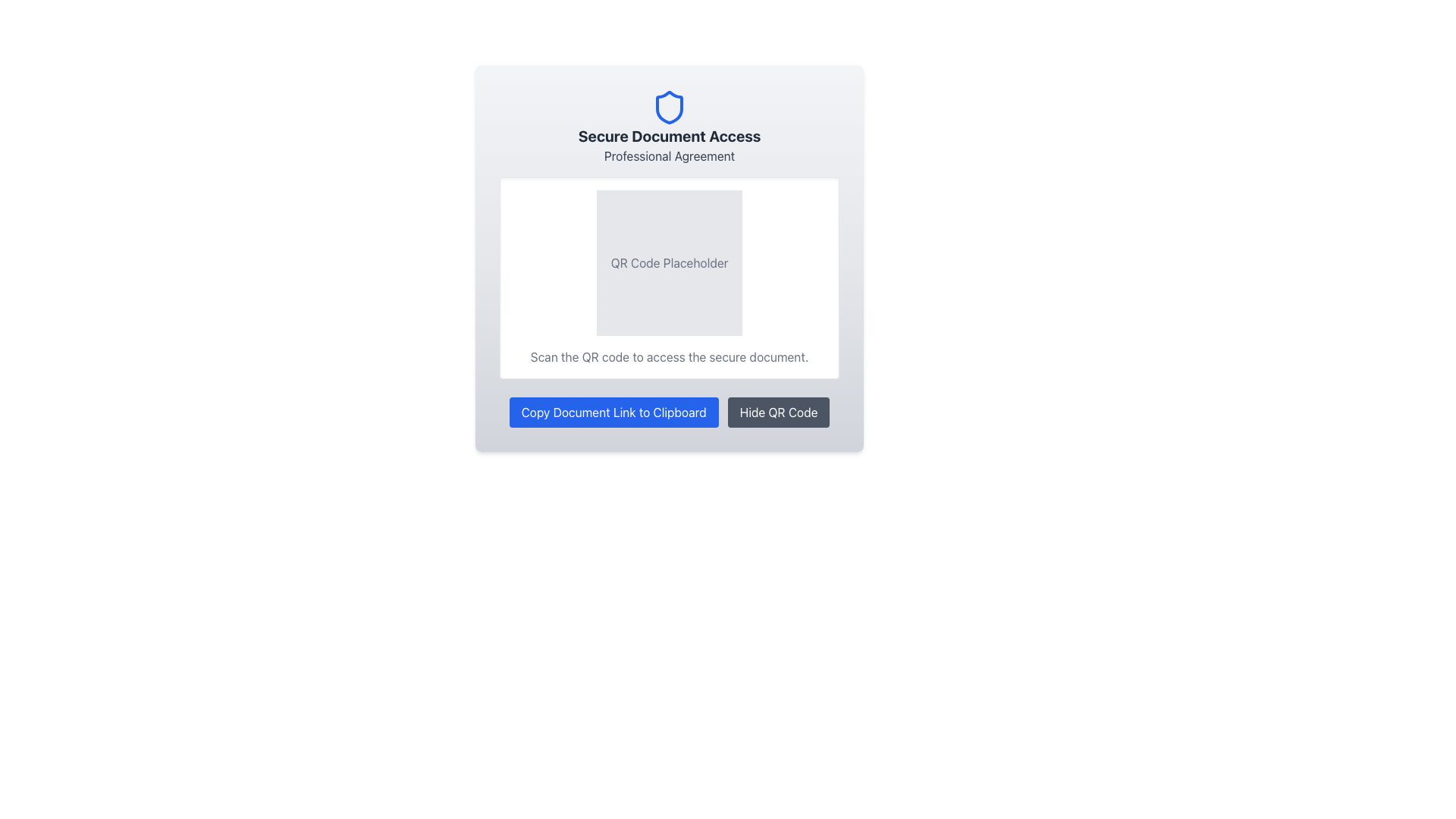  I want to click on the subtitle text element located beneath the title 'Secure Document Access' and above the QR code placeholder in the modal, so click(669, 155).